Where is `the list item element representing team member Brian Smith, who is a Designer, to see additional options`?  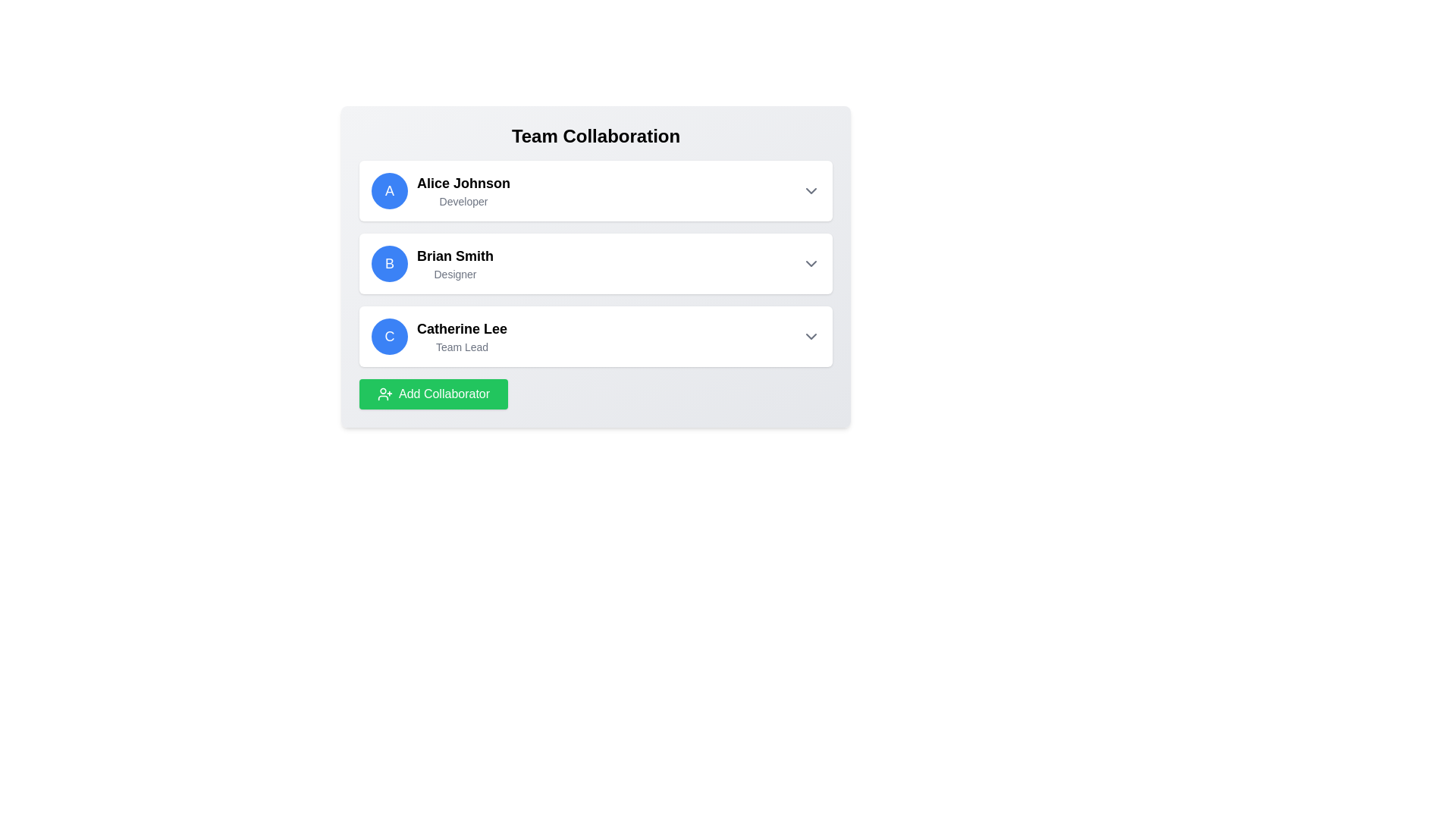 the list item element representing team member Brian Smith, who is a Designer, to see additional options is located at coordinates (595, 265).